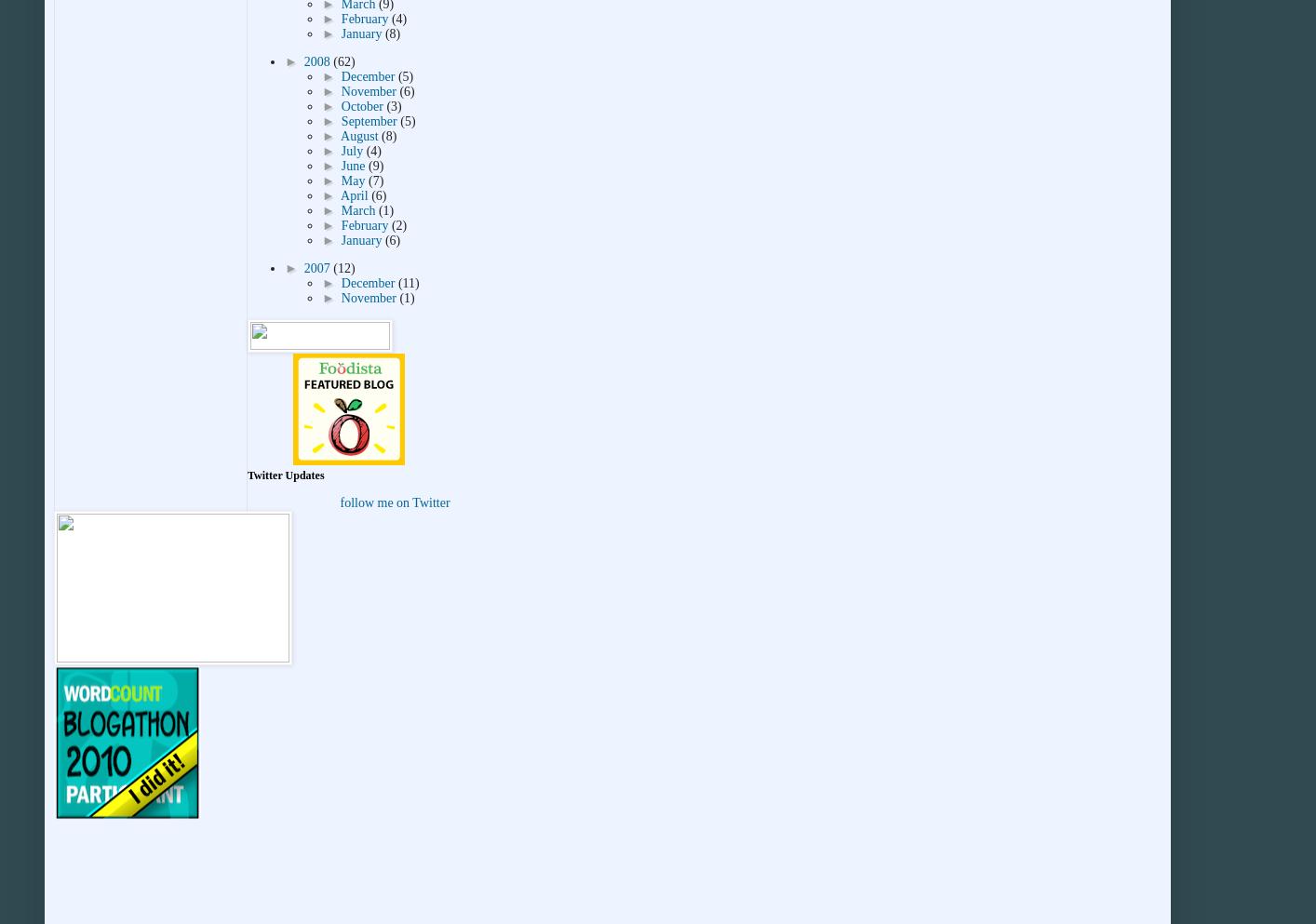  I want to click on 'March', so click(359, 210).